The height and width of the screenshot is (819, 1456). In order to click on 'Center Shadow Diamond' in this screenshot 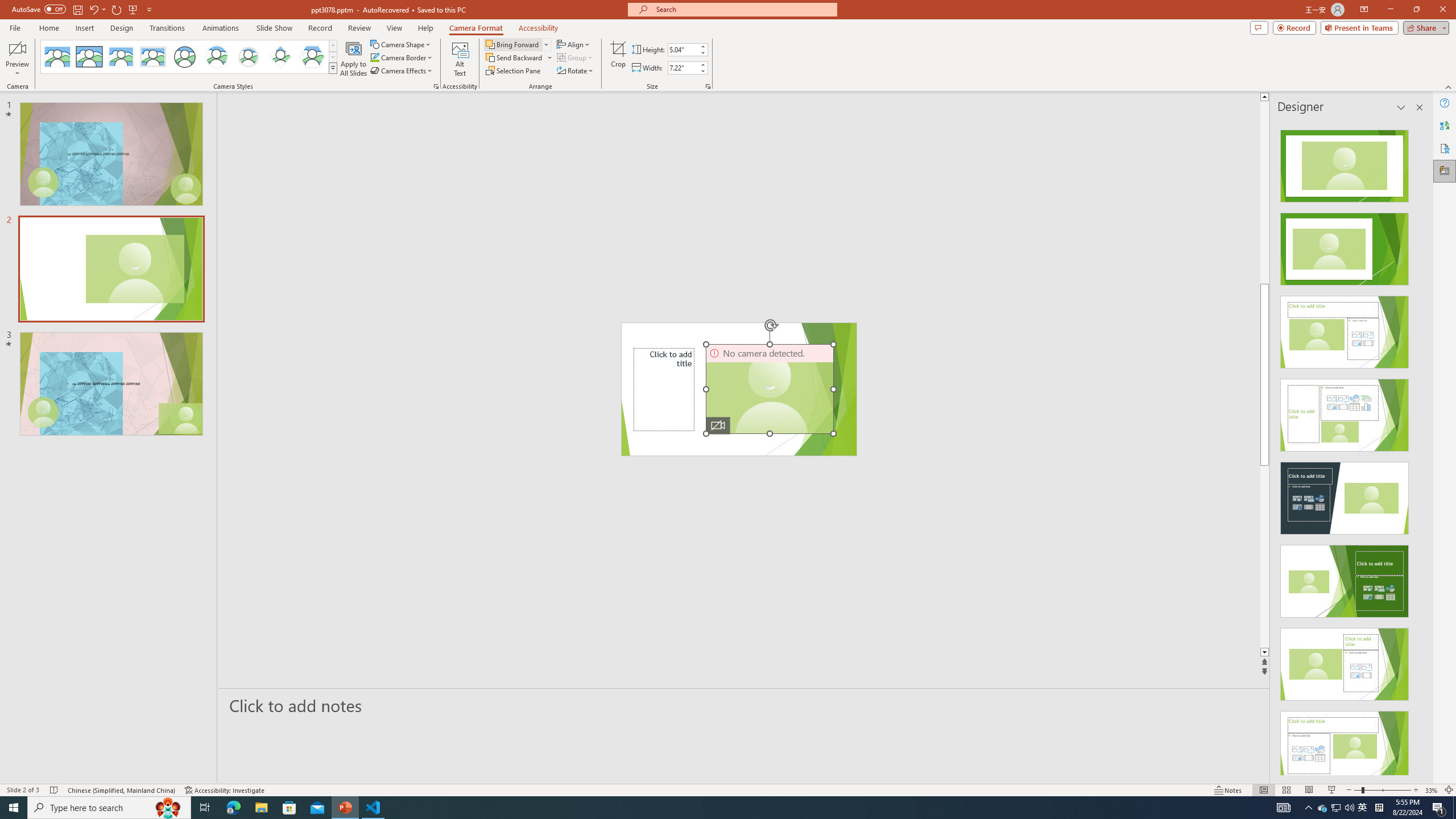, I will do `click(280, 56)`.